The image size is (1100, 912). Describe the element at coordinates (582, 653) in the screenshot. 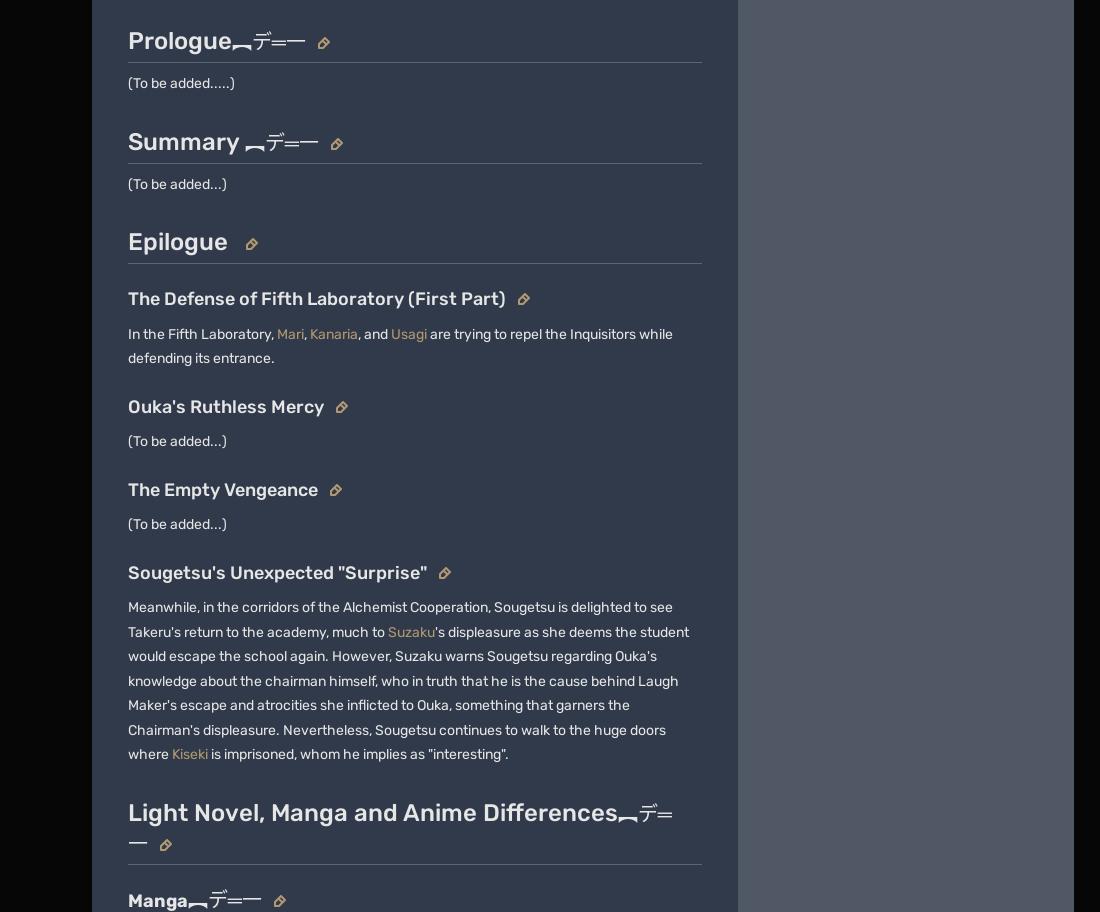

I see `'View Mobile Site'` at that location.